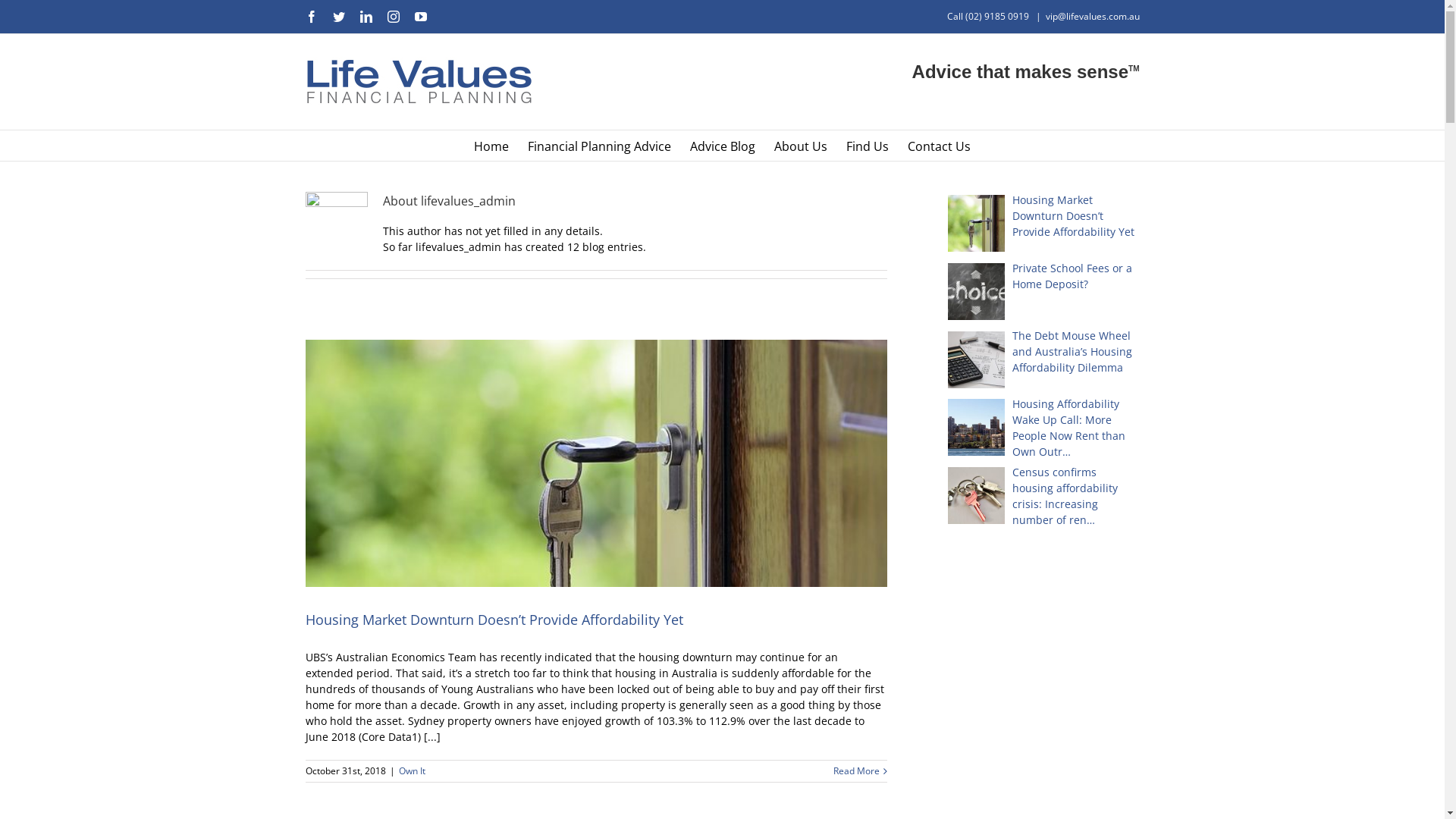  What do you see at coordinates (337, 17) in the screenshot?
I see `'Twitter'` at bounding box center [337, 17].